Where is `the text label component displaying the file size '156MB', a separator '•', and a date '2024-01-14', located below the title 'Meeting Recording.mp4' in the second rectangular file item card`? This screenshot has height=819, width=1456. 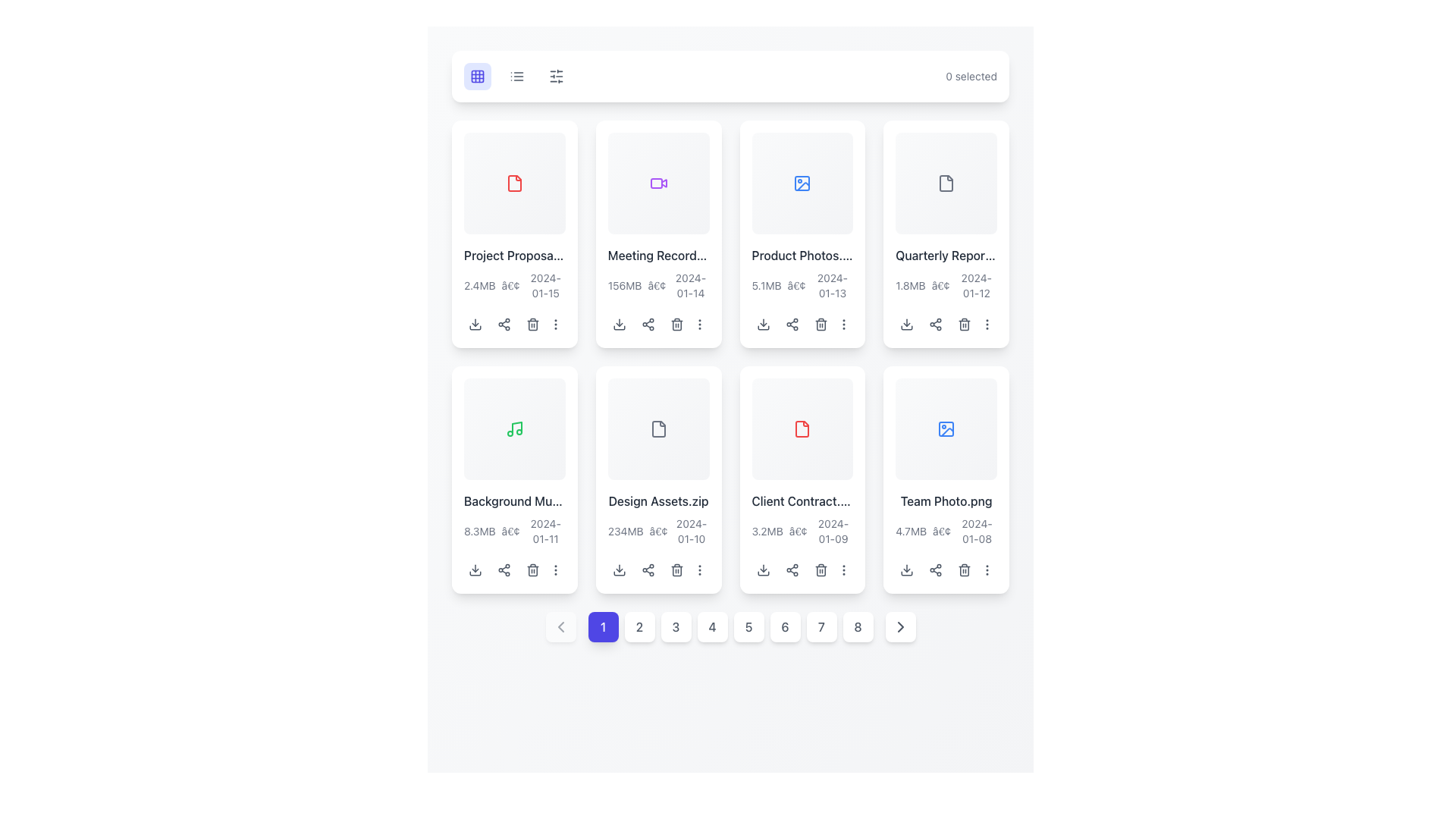
the text label component displaying the file size '156MB', a separator '•', and a date '2024-01-14', located below the title 'Meeting Recording.mp4' in the second rectangular file item card is located at coordinates (658, 285).